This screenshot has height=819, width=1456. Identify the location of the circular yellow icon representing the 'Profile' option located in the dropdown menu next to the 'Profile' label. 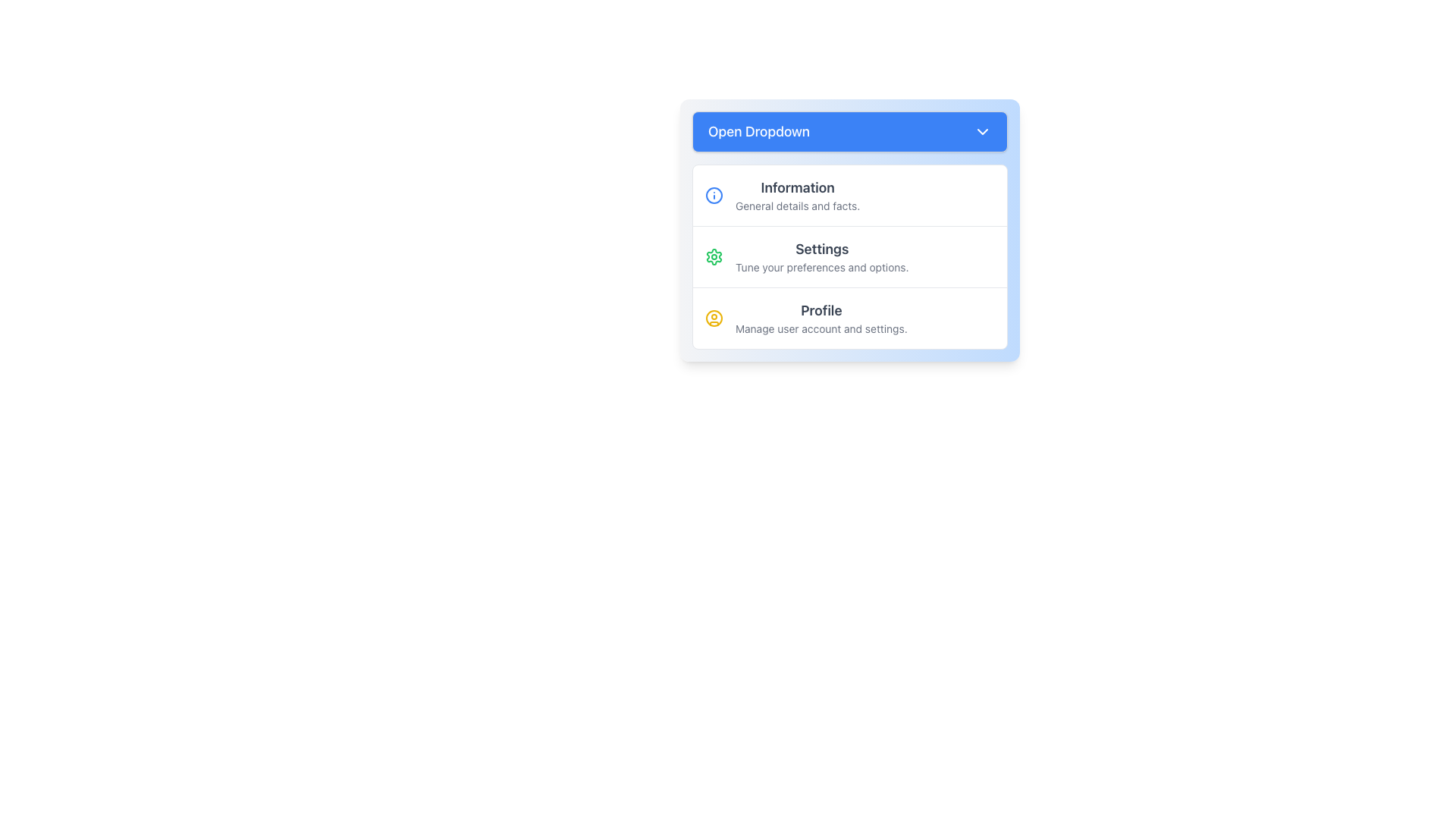
(713, 318).